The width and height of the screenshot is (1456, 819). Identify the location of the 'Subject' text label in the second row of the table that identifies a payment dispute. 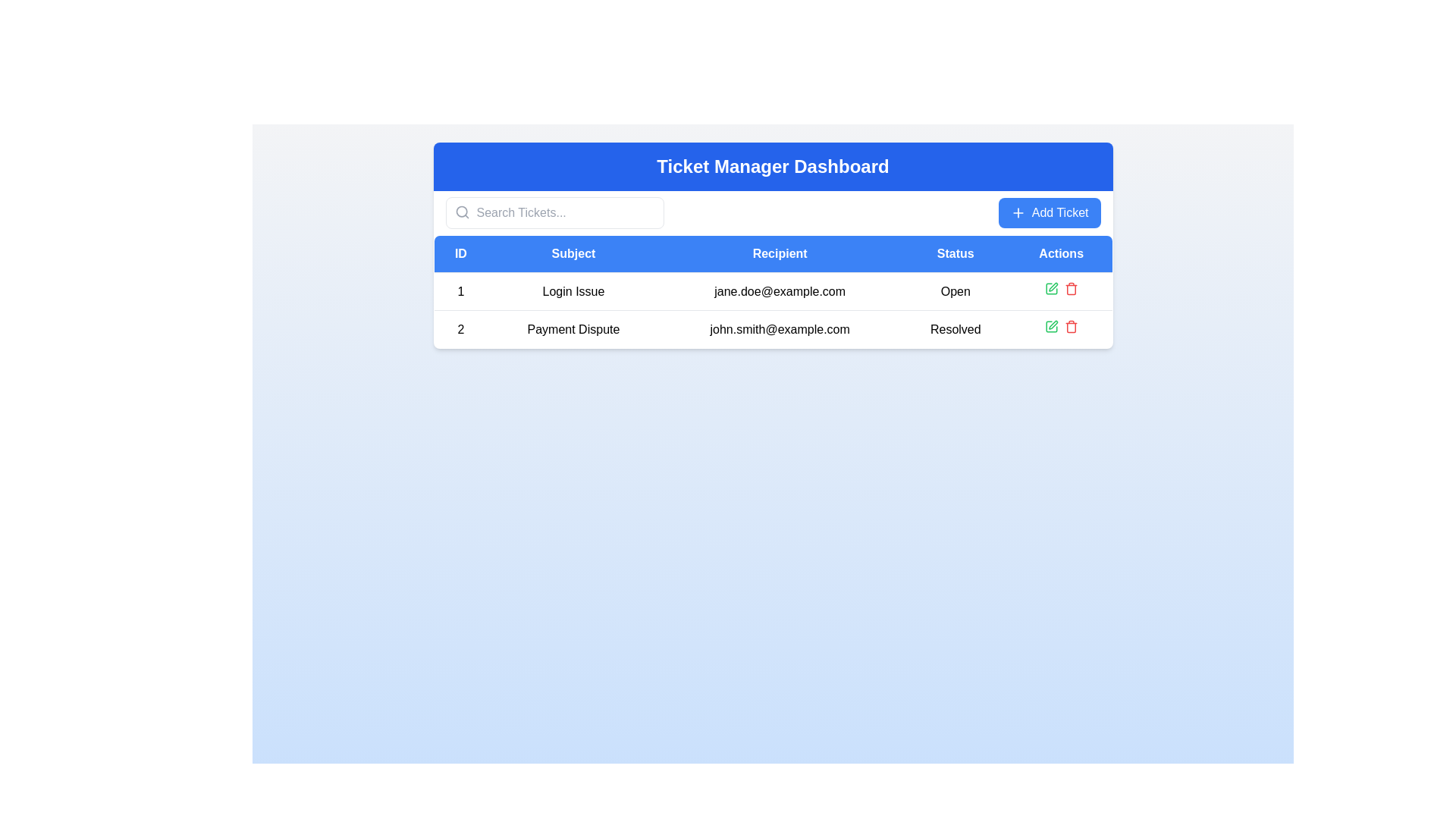
(573, 328).